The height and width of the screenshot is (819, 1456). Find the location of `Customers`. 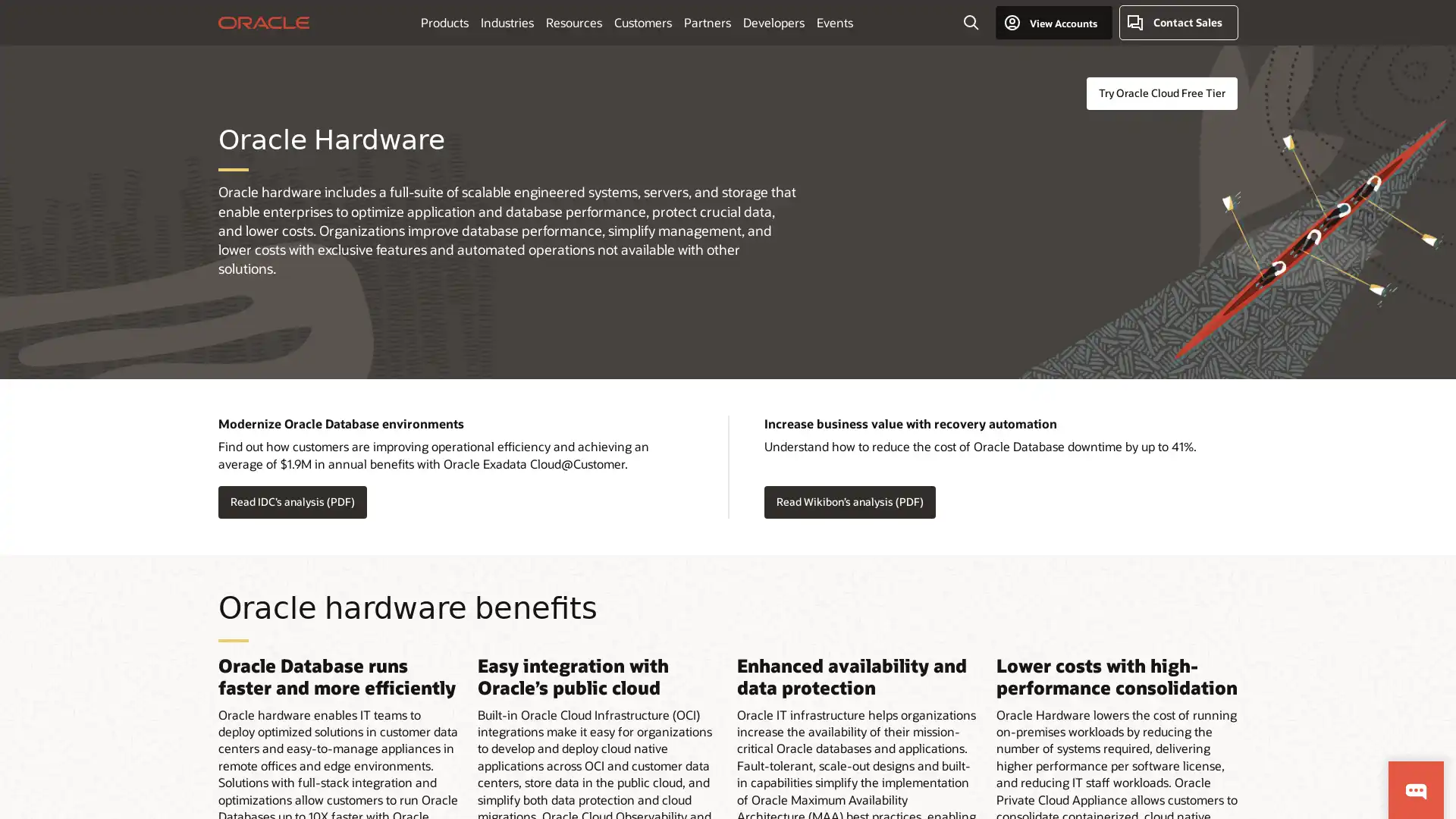

Customers is located at coordinates (642, 22).